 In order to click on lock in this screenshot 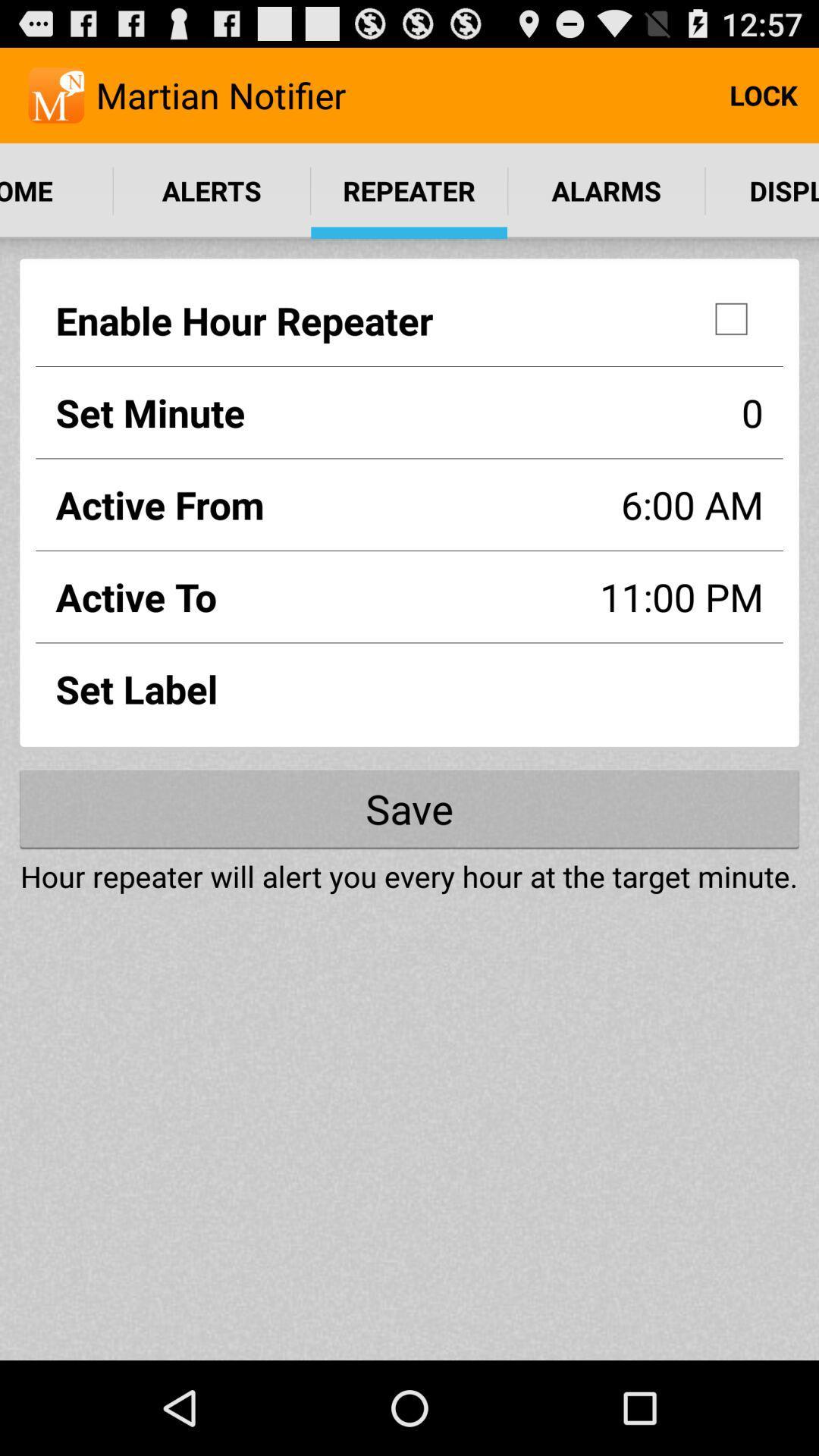, I will do `click(763, 94)`.